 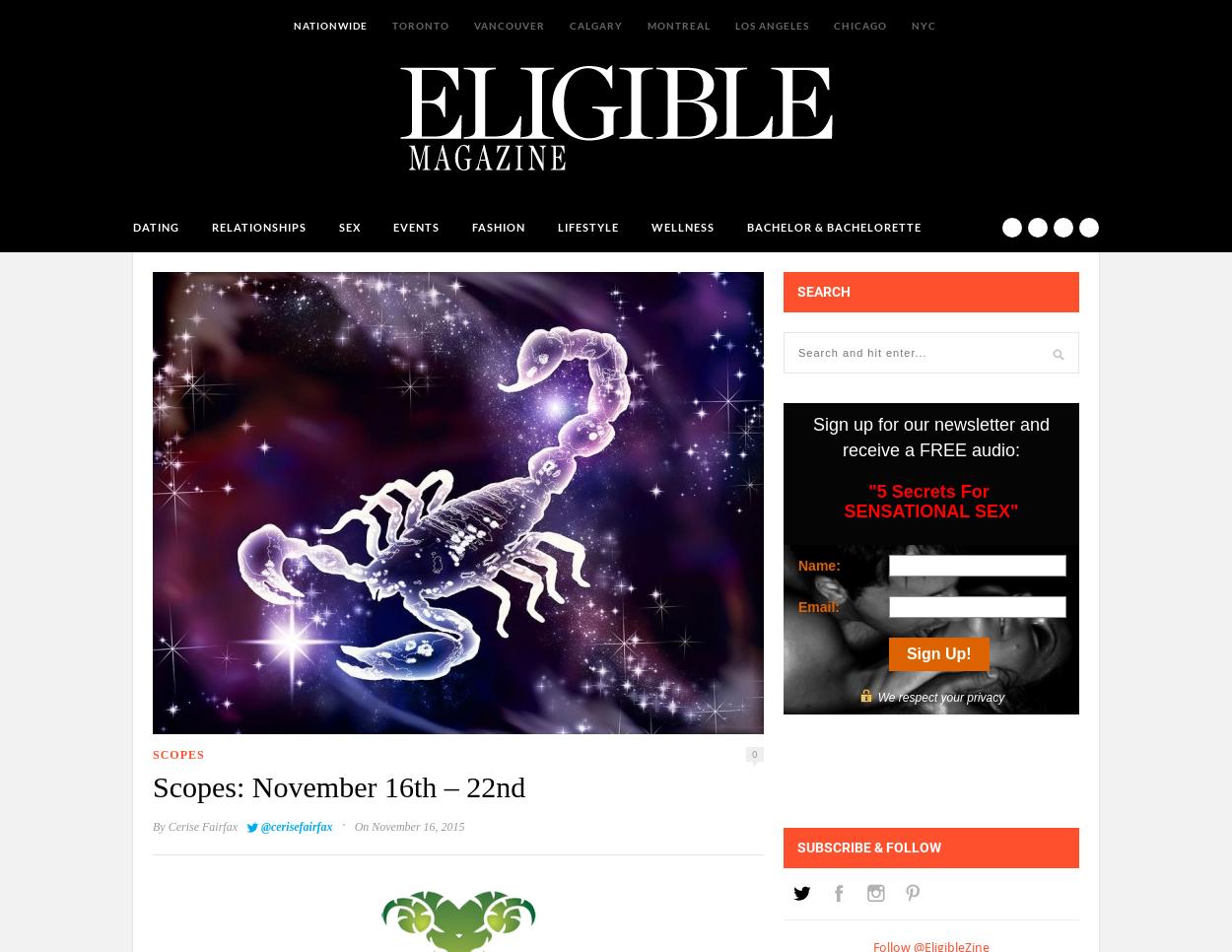 I want to click on 'Cerise Fairfax', so click(x=201, y=825).